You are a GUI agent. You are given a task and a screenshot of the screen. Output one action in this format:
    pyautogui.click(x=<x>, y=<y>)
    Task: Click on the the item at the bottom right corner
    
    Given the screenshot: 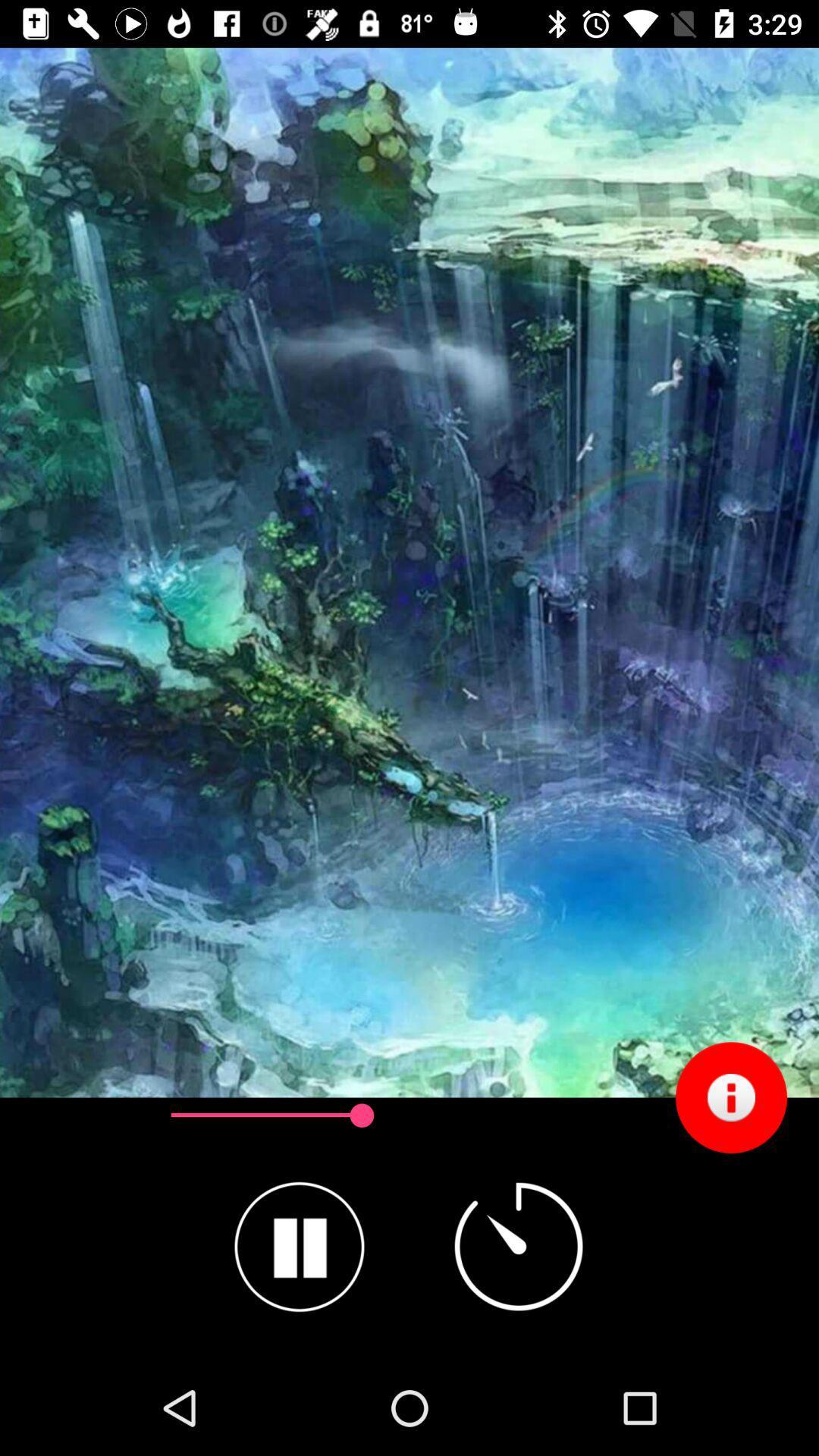 What is the action you would take?
    pyautogui.click(x=730, y=1097)
    